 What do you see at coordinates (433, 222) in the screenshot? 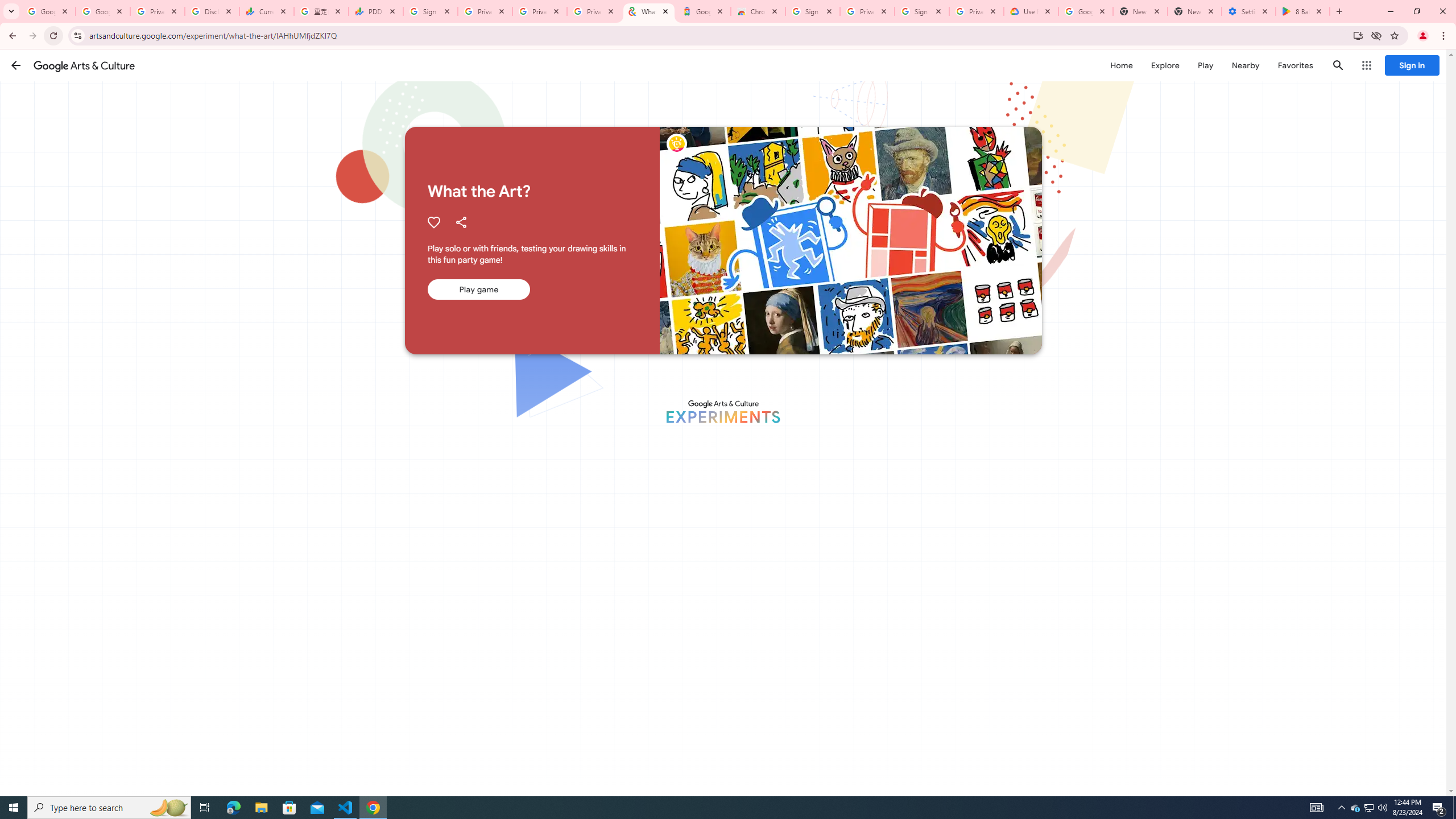
I see `'Authenticate to favorite this asset.'` at bounding box center [433, 222].